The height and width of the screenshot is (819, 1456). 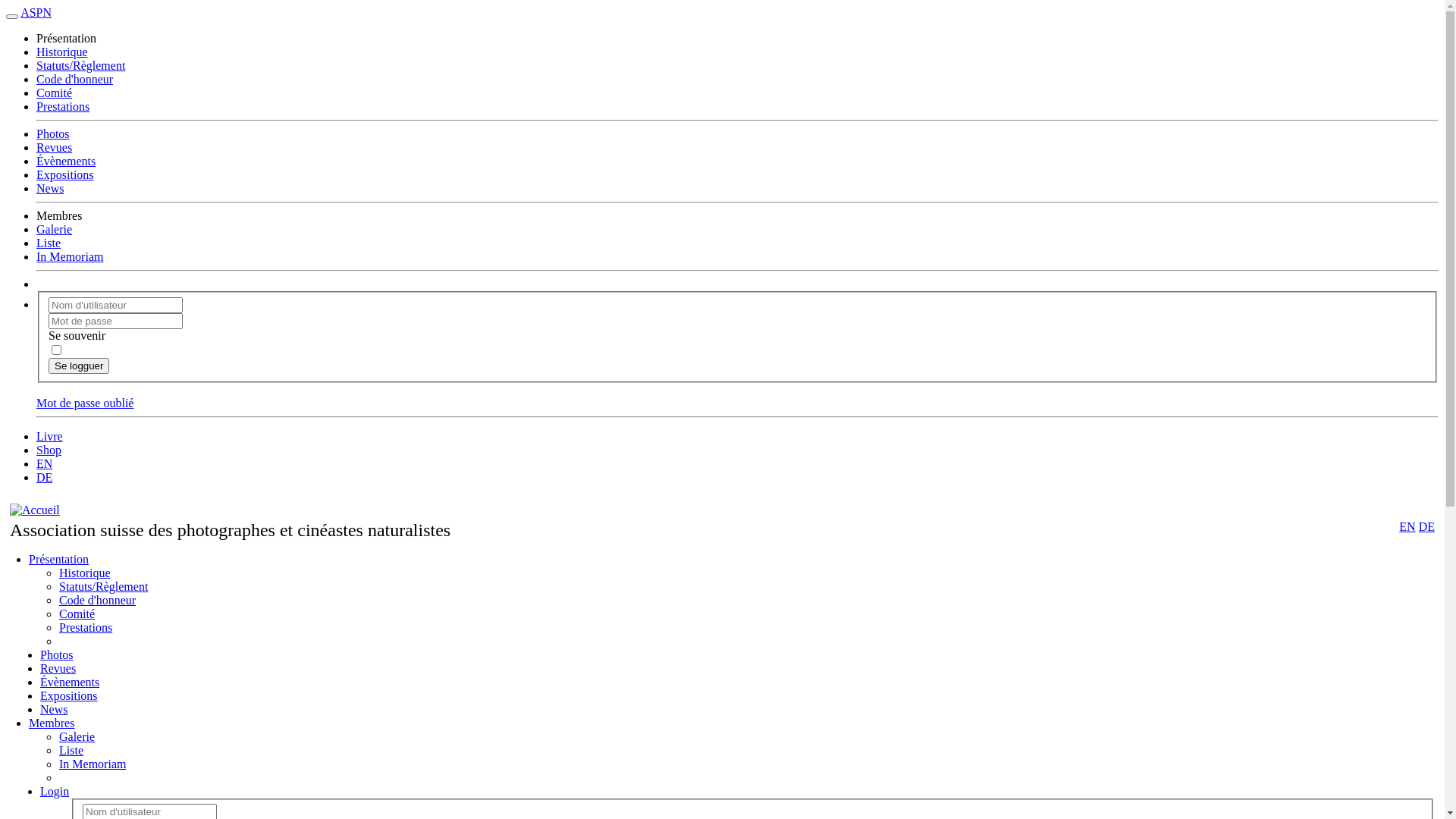 What do you see at coordinates (71, 749) in the screenshot?
I see `'Liste'` at bounding box center [71, 749].